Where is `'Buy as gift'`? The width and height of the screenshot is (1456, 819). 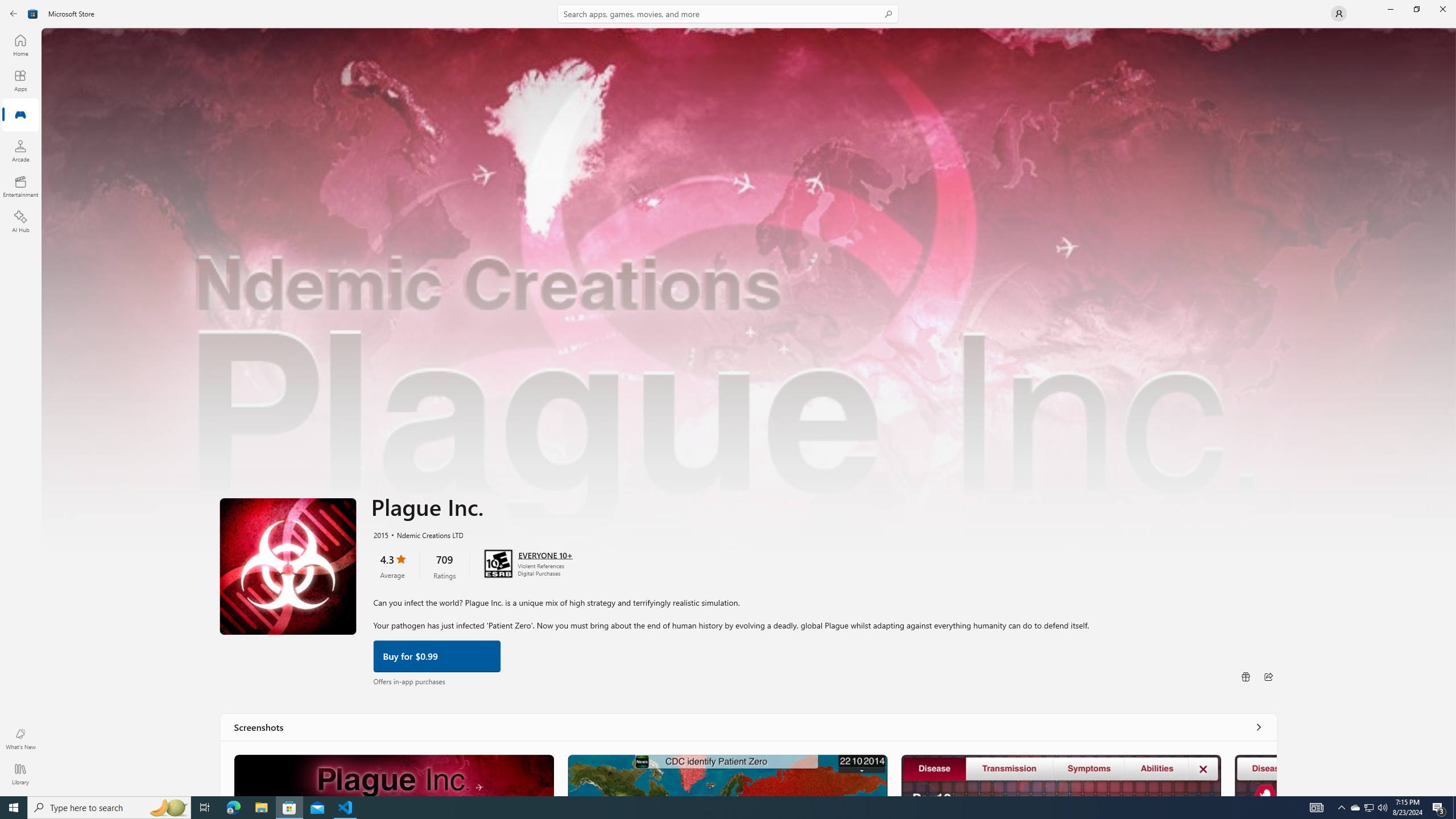
'Buy as gift' is located at coordinates (1245, 676).